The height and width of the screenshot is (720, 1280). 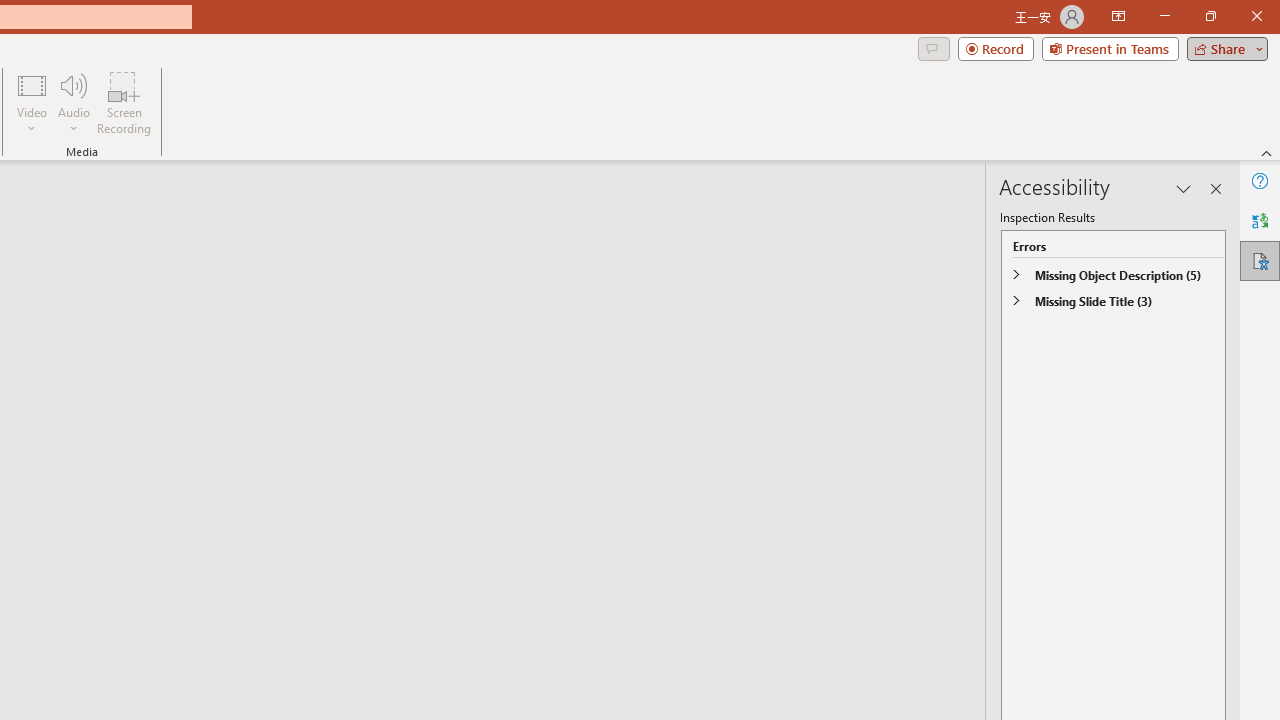 I want to click on 'Collapse the Ribbon', so click(x=1266, y=152).